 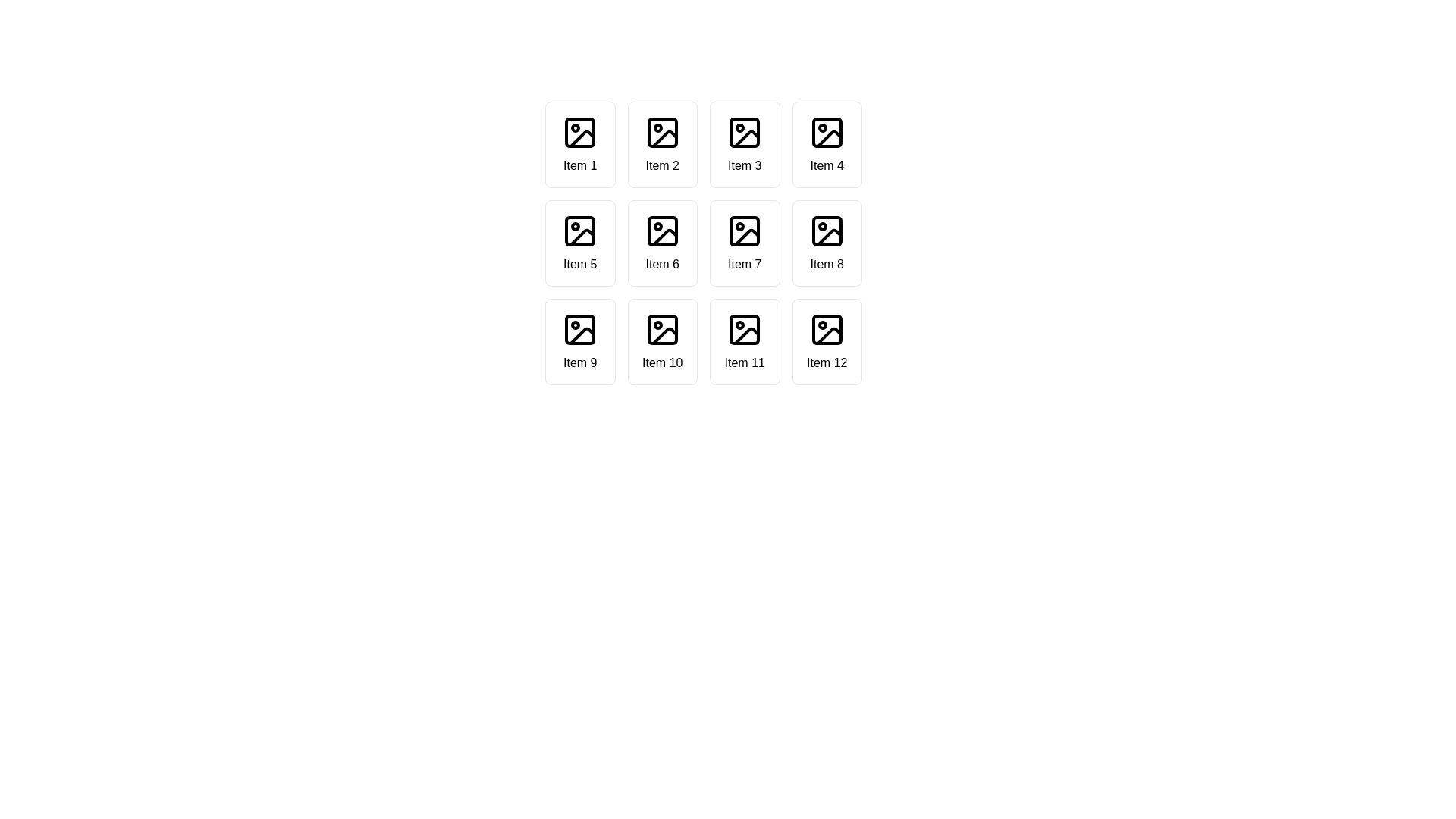 What do you see at coordinates (579, 263) in the screenshot?
I see `descriptive text label located in the second row, first column of a grid layout, which is associated with an image icon above it` at bounding box center [579, 263].